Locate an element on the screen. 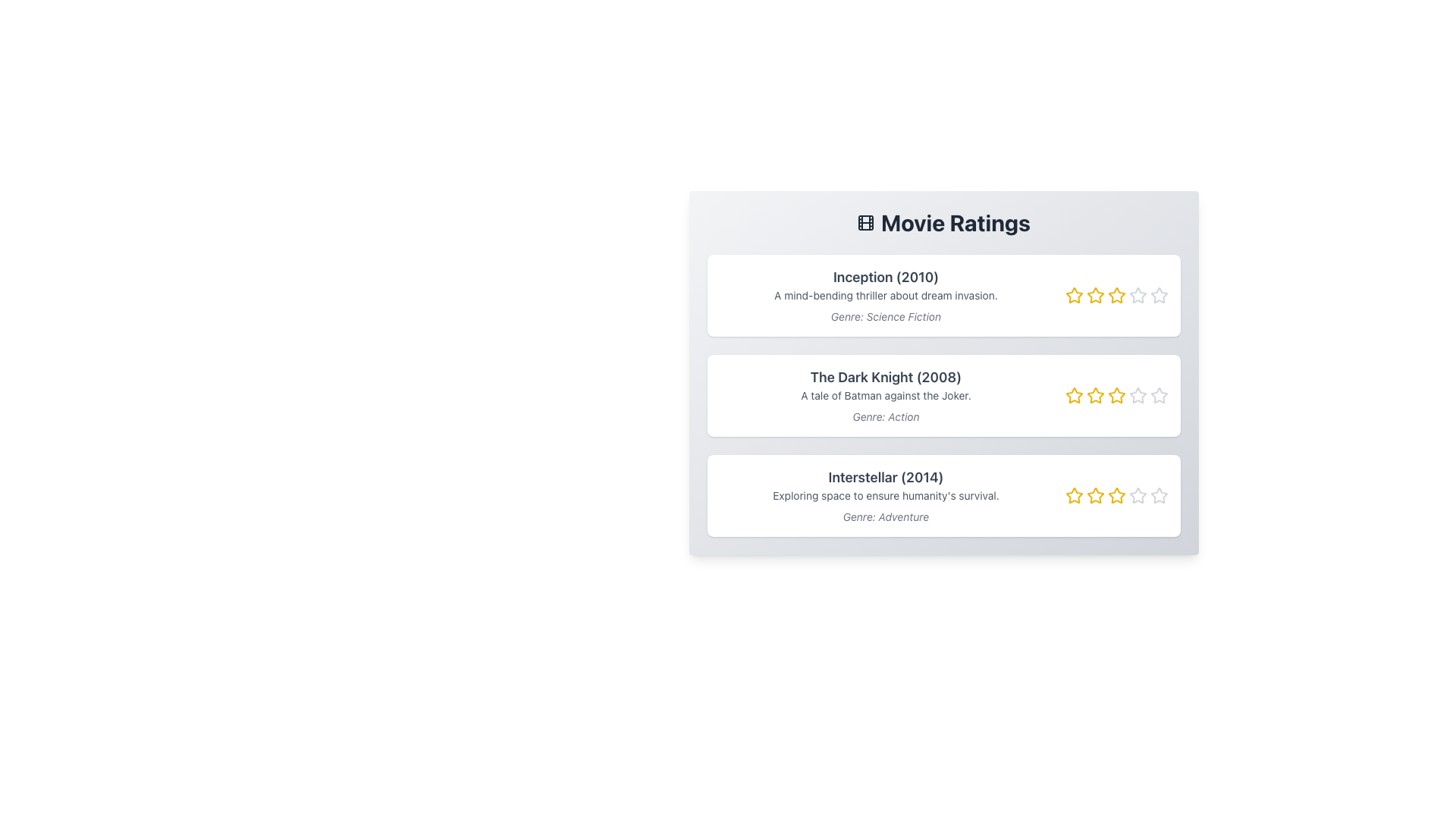 The image size is (1456, 819). text content of the title label displaying 'The Dark Knight (2008)' located at the top of the movie ratings section in the second card is located at coordinates (886, 376).